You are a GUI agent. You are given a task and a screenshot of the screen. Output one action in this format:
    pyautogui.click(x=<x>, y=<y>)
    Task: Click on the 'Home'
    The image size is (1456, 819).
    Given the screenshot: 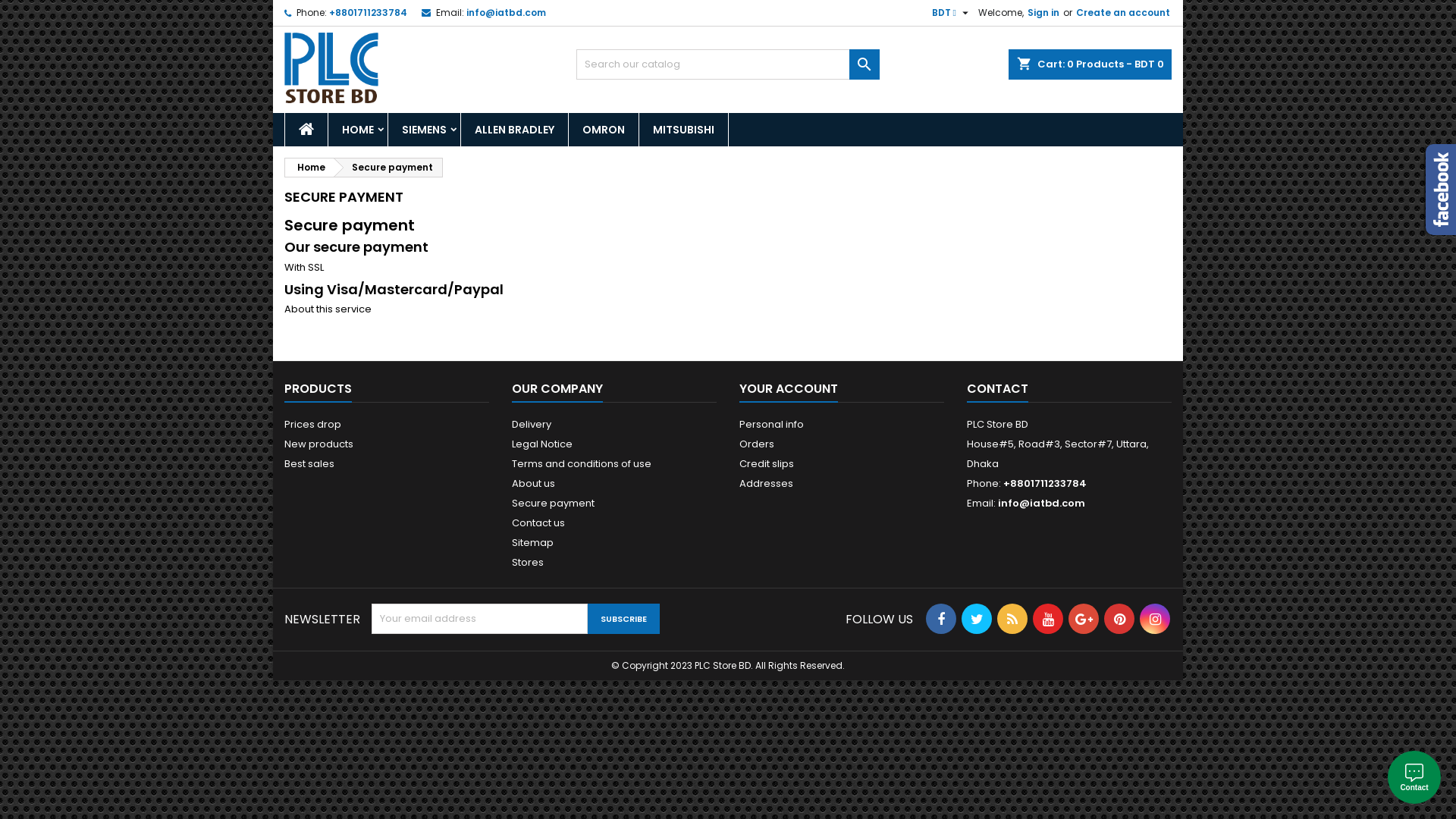 What is the action you would take?
    pyautogui.click(x=308, y=167)
    